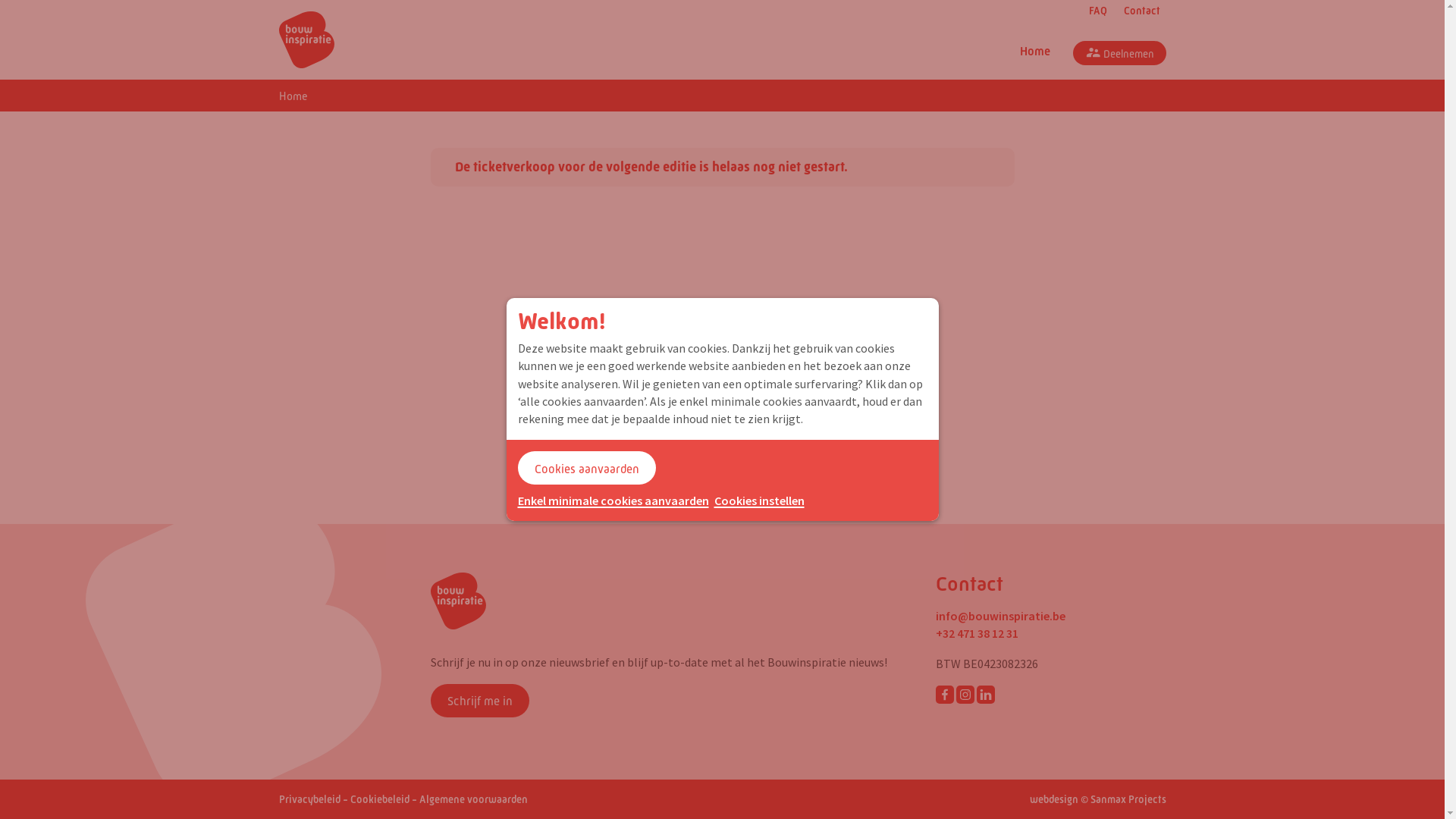 Image resolution: width=1456 pixels, height=819 pixels. Describe the element at coordinates (472, 798) in the screenshot. I see `'Algemene voorwaarden'` at that location.